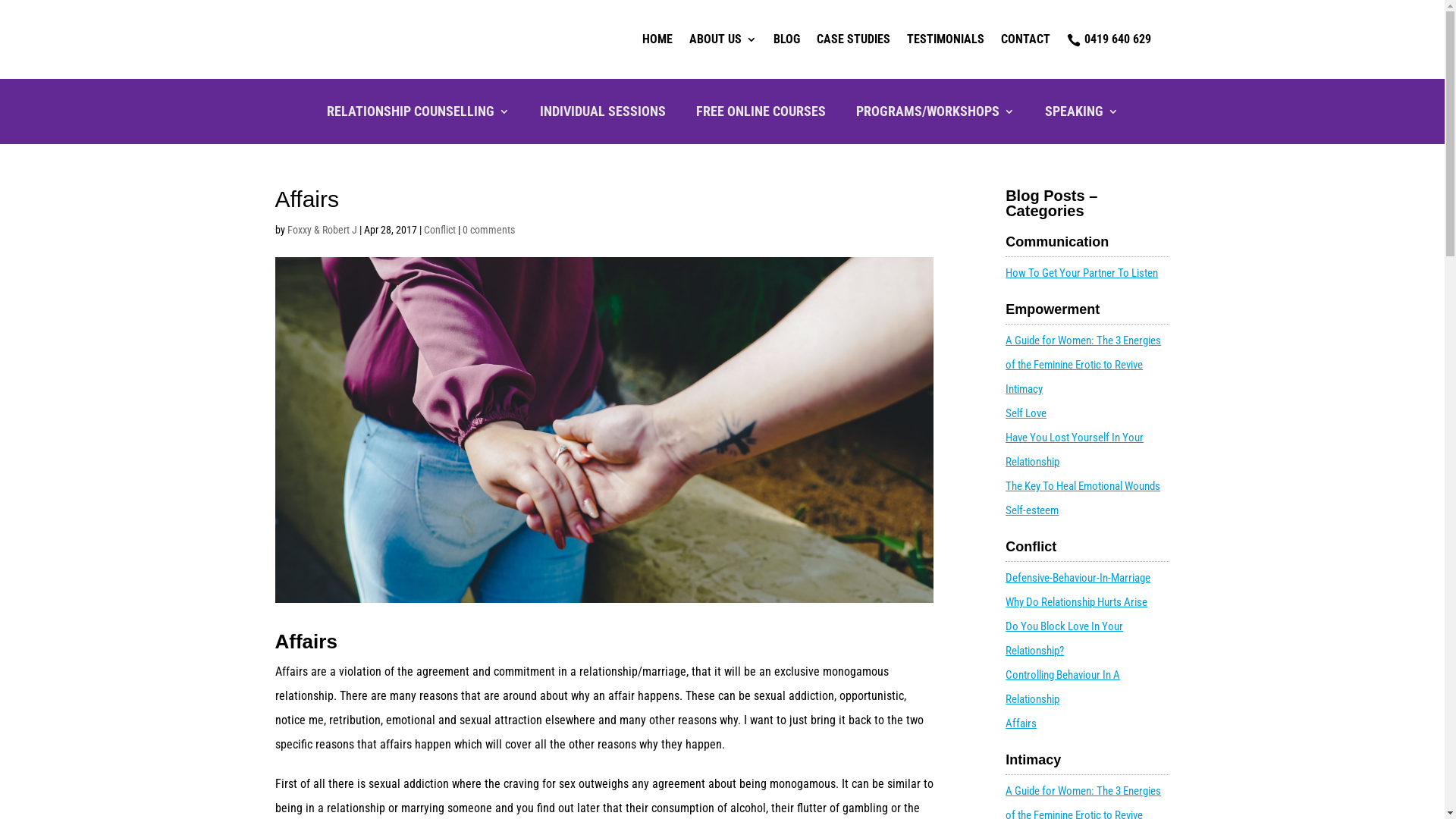 The height and width of the screenshot is (819, 1456). What do you see at coordinates (721, 38) in the screenshot?
I see `'ABOUT US'` at bounding box center [721, 38].